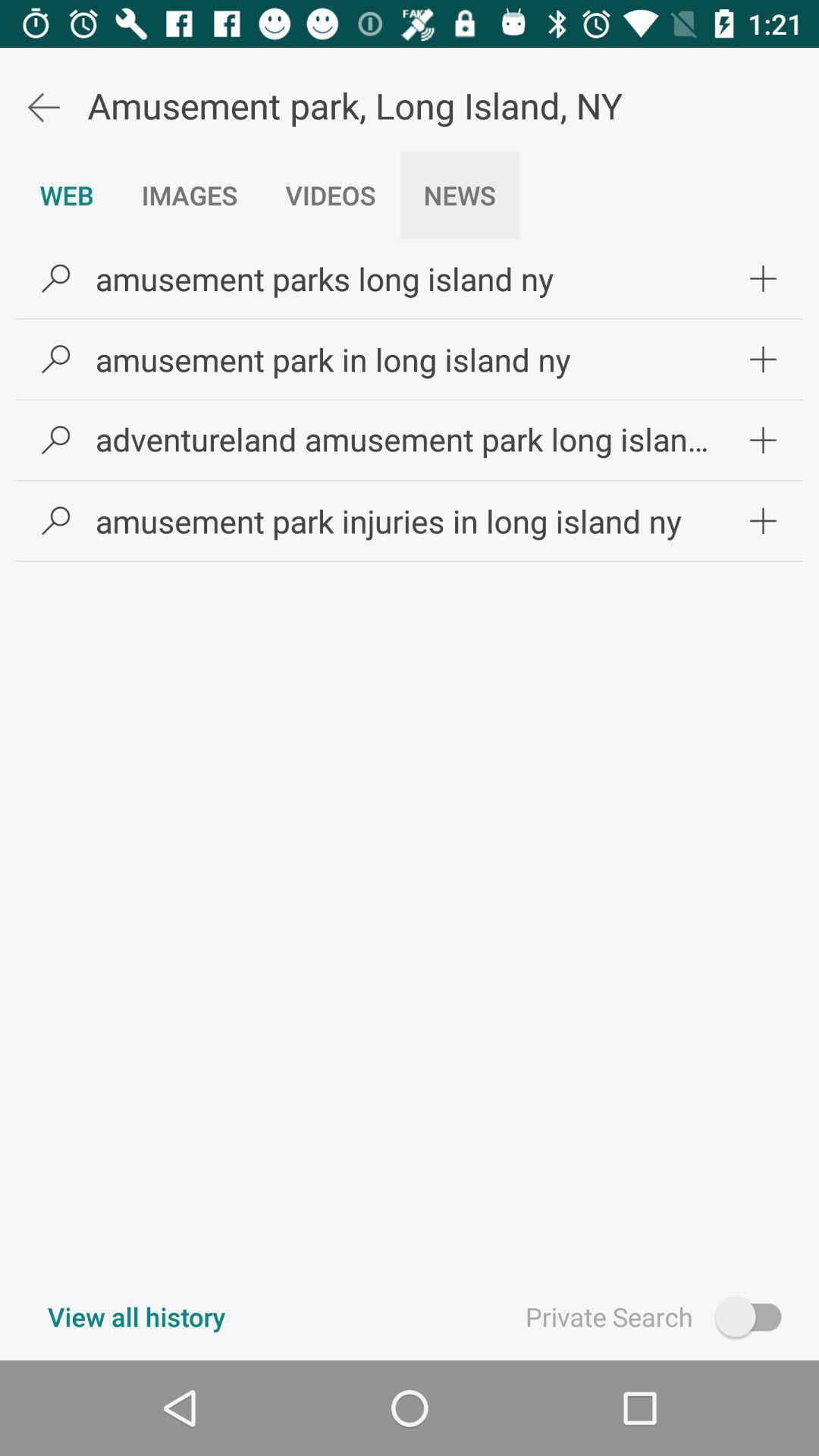 The image size is (819, 1456). I want to click on item to the right of the images item, so click(330, 194).